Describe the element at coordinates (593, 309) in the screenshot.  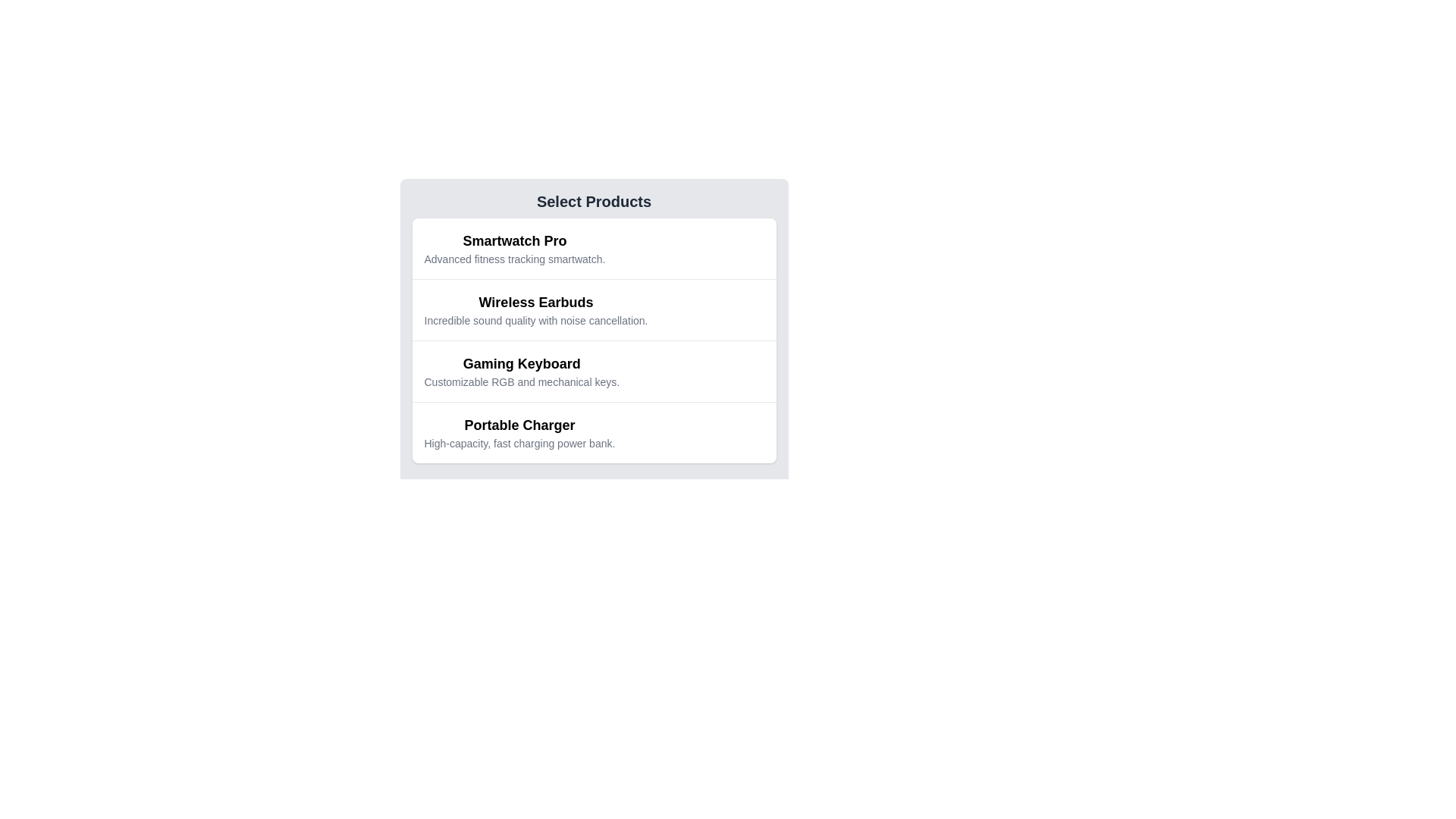
I see `the product list item displaying 'Wireless Earbuds'` at that location.